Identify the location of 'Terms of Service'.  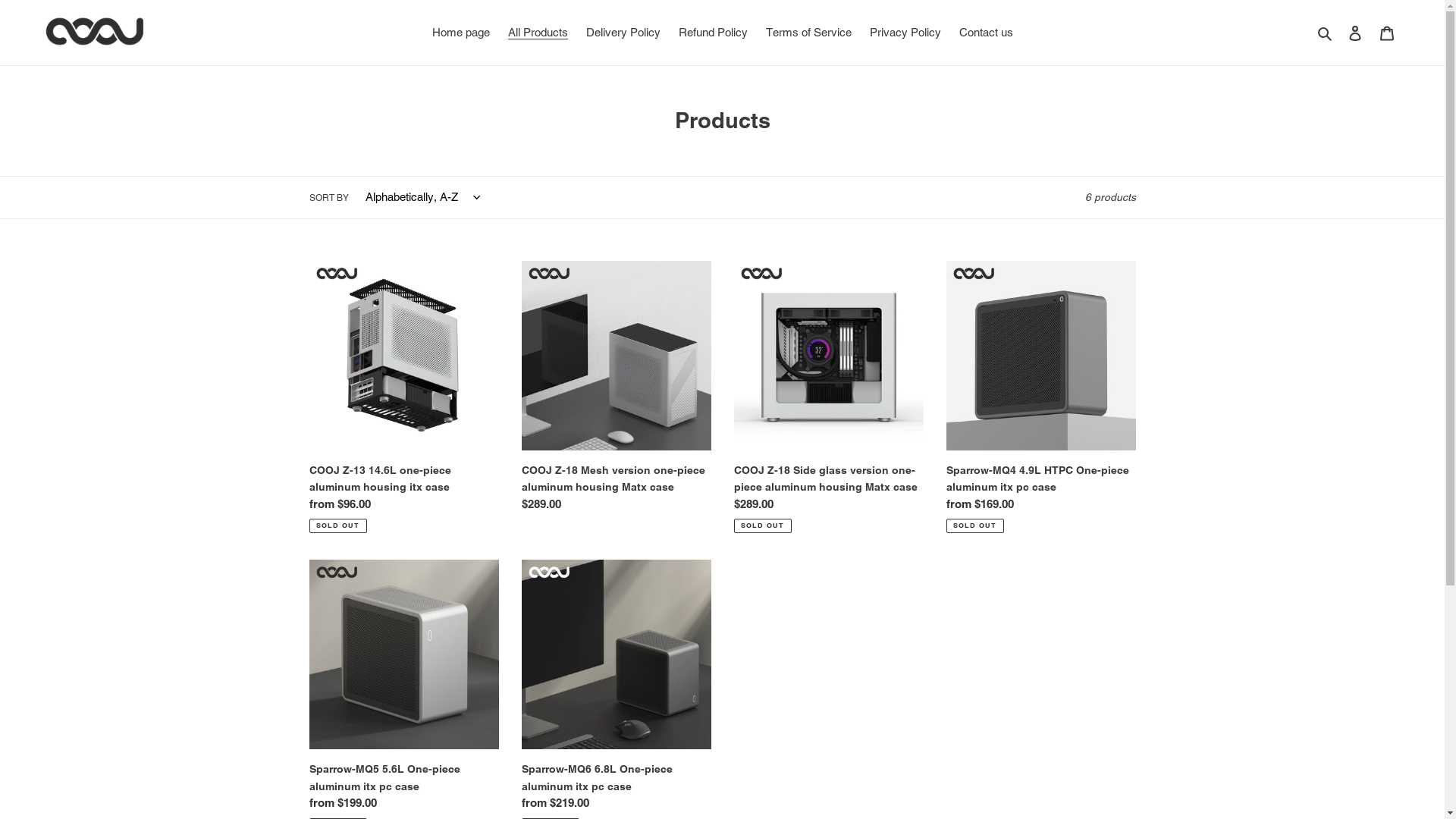
(808, 33).